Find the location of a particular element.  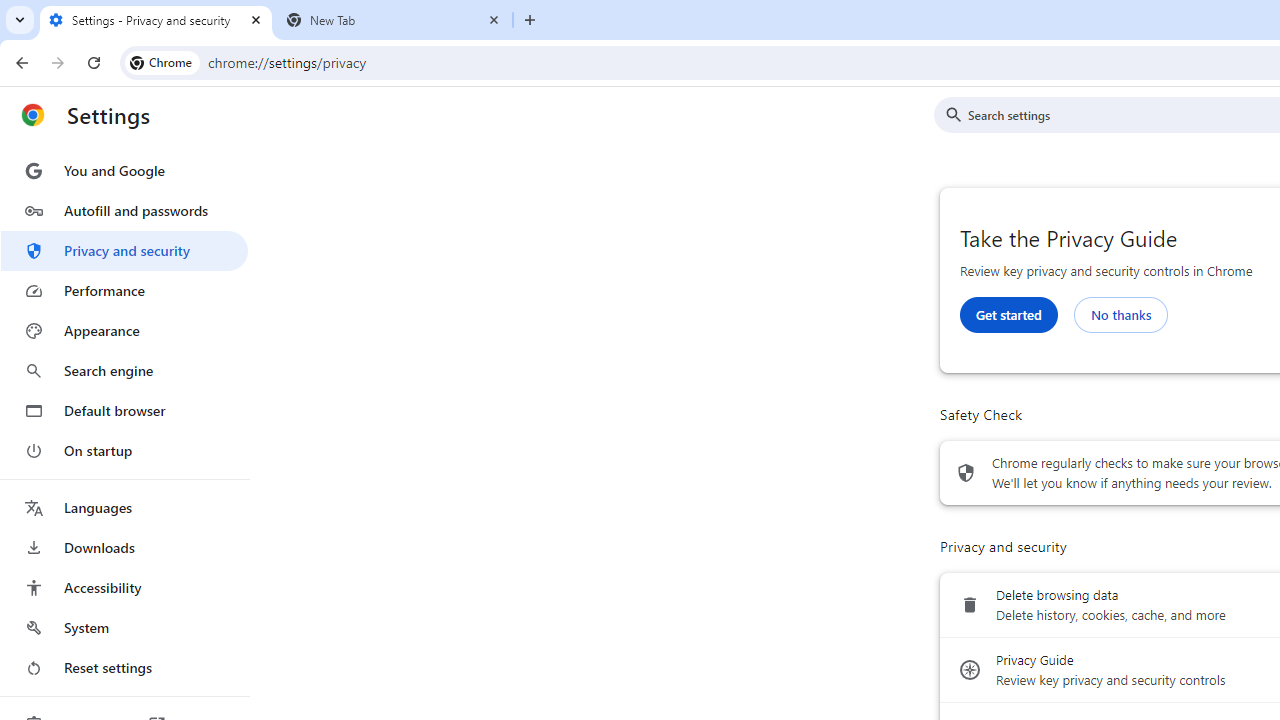

'On startup' is located at coordinates (123, 451).